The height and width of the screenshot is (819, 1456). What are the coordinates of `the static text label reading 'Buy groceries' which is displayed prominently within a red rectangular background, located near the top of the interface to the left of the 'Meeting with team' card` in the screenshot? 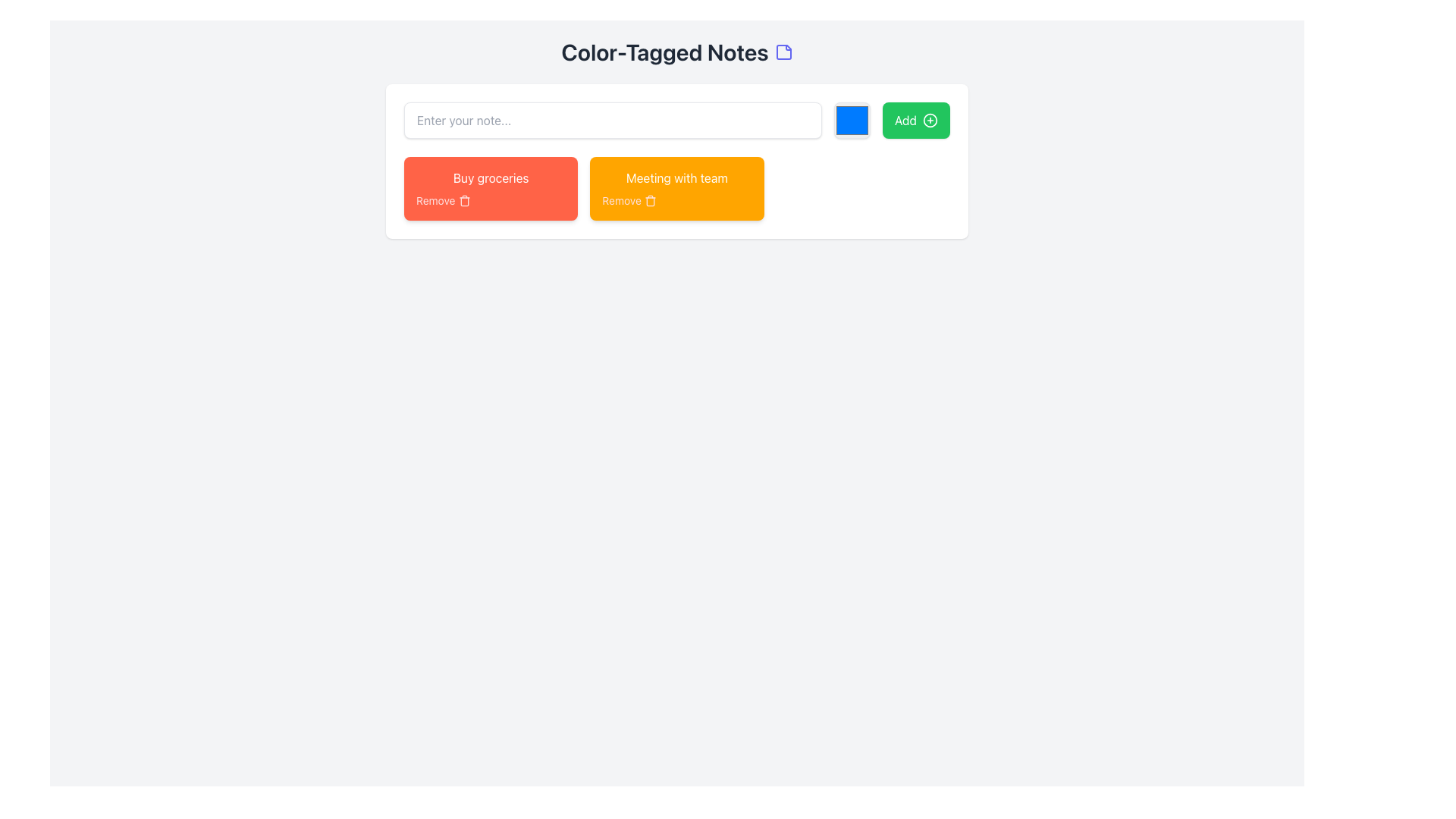 It's located at (491, 177).